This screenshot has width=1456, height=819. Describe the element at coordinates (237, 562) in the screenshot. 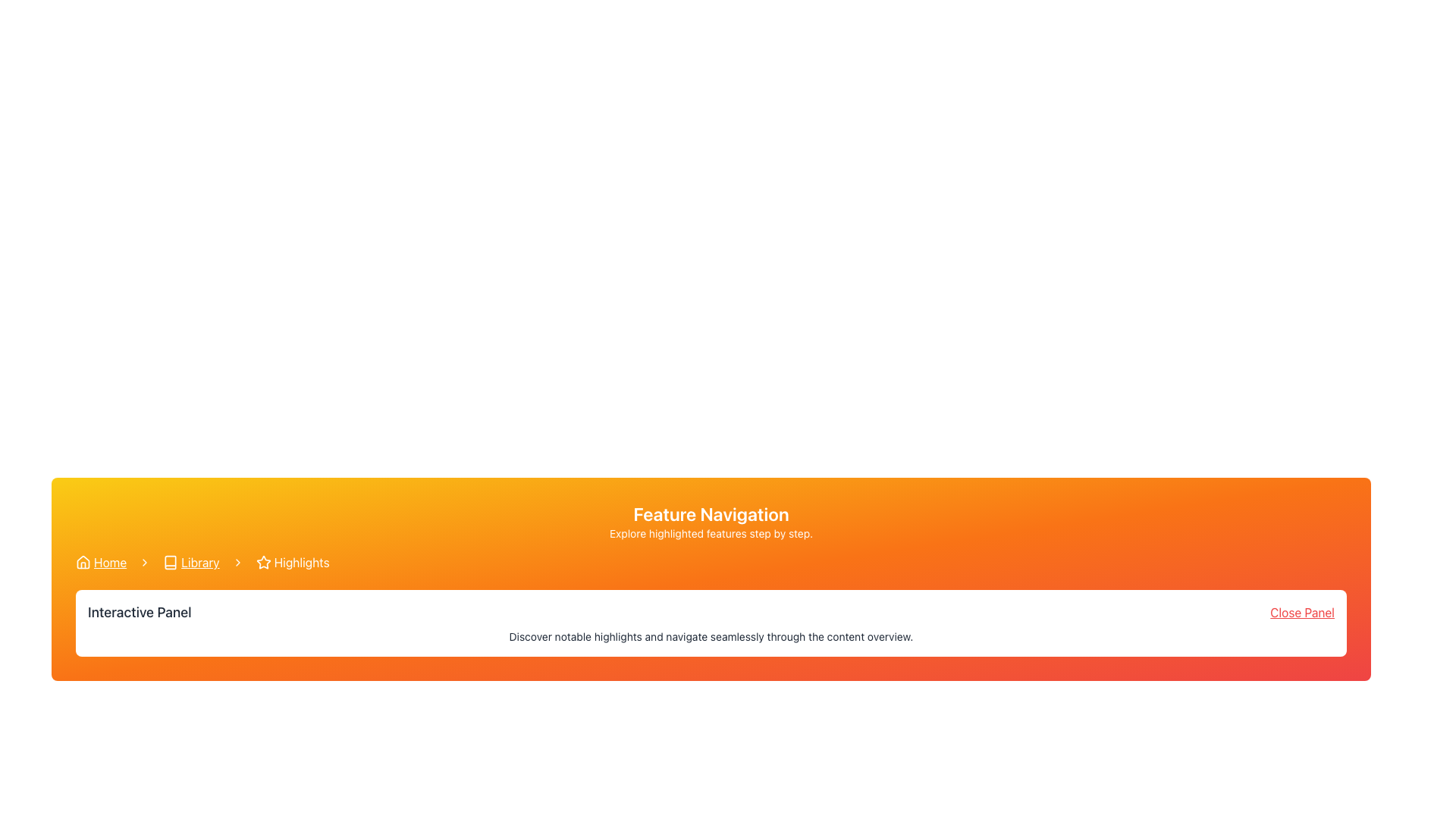

I see `the third chevron icon in the breadcrumb navigation bar that separates 'Library' and 'Highlights'` at that location.